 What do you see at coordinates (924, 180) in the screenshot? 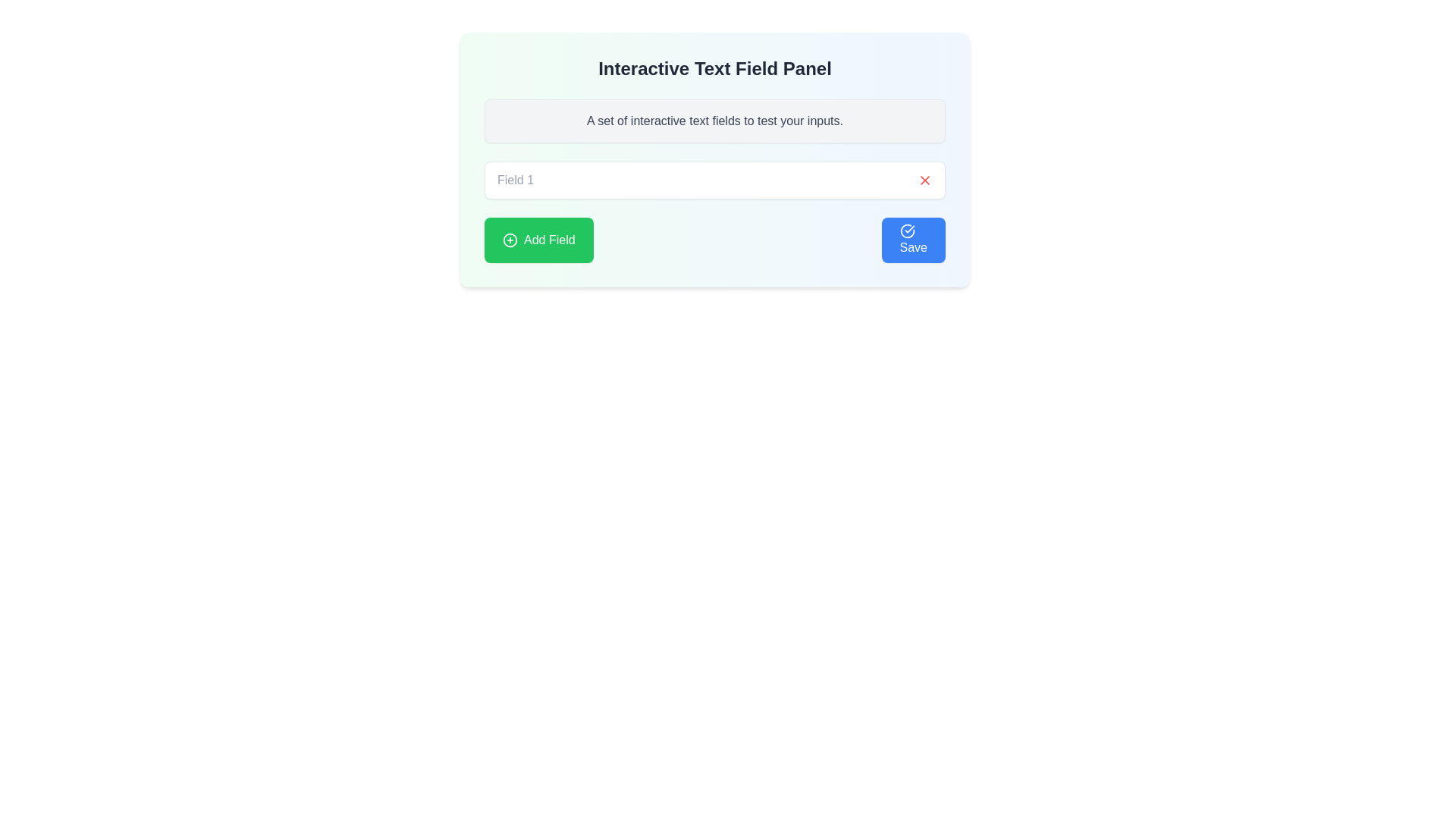
I see `the red 'X' icon button located on the right-hand side of the text input box labeled 'Field 1'` at bounding box center [924, 180].